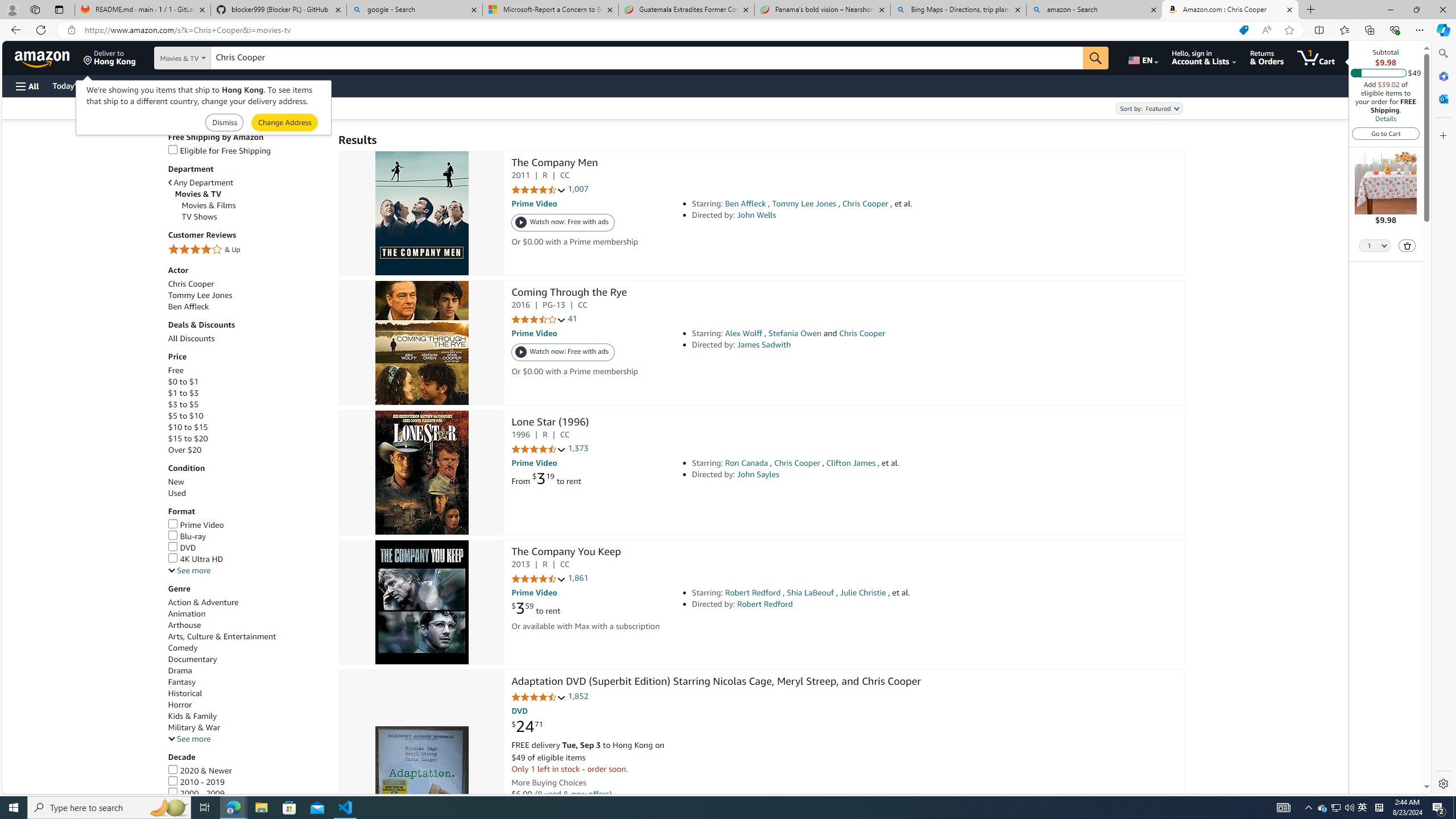 This screenshot has height=819, width=1456. I want to click on 'New', so click(176, 481).